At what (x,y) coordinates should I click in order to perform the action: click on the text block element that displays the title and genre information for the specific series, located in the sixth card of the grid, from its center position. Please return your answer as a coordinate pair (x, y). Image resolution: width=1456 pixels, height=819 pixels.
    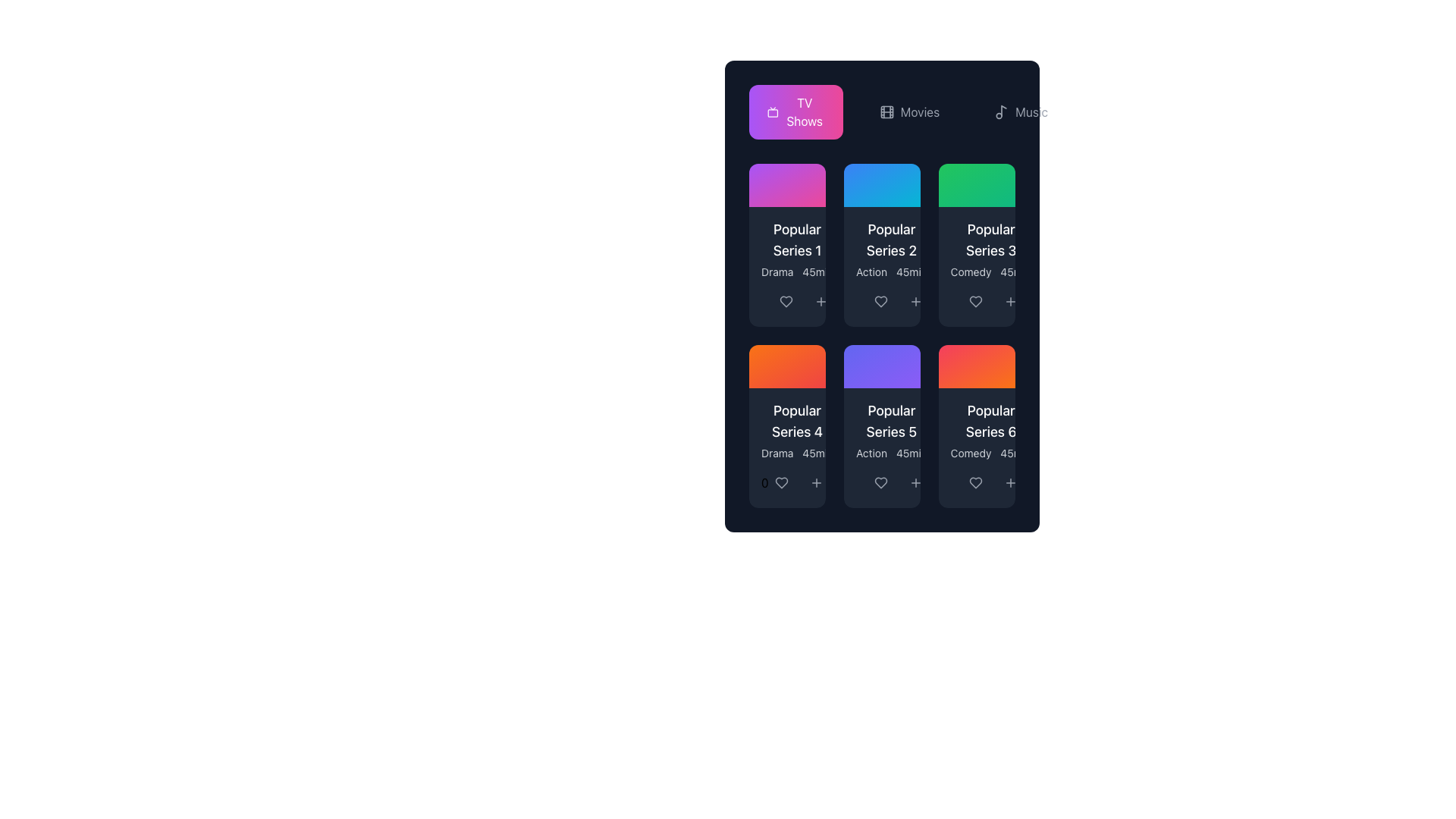
    Looking at the image, I should click on (991, 430).